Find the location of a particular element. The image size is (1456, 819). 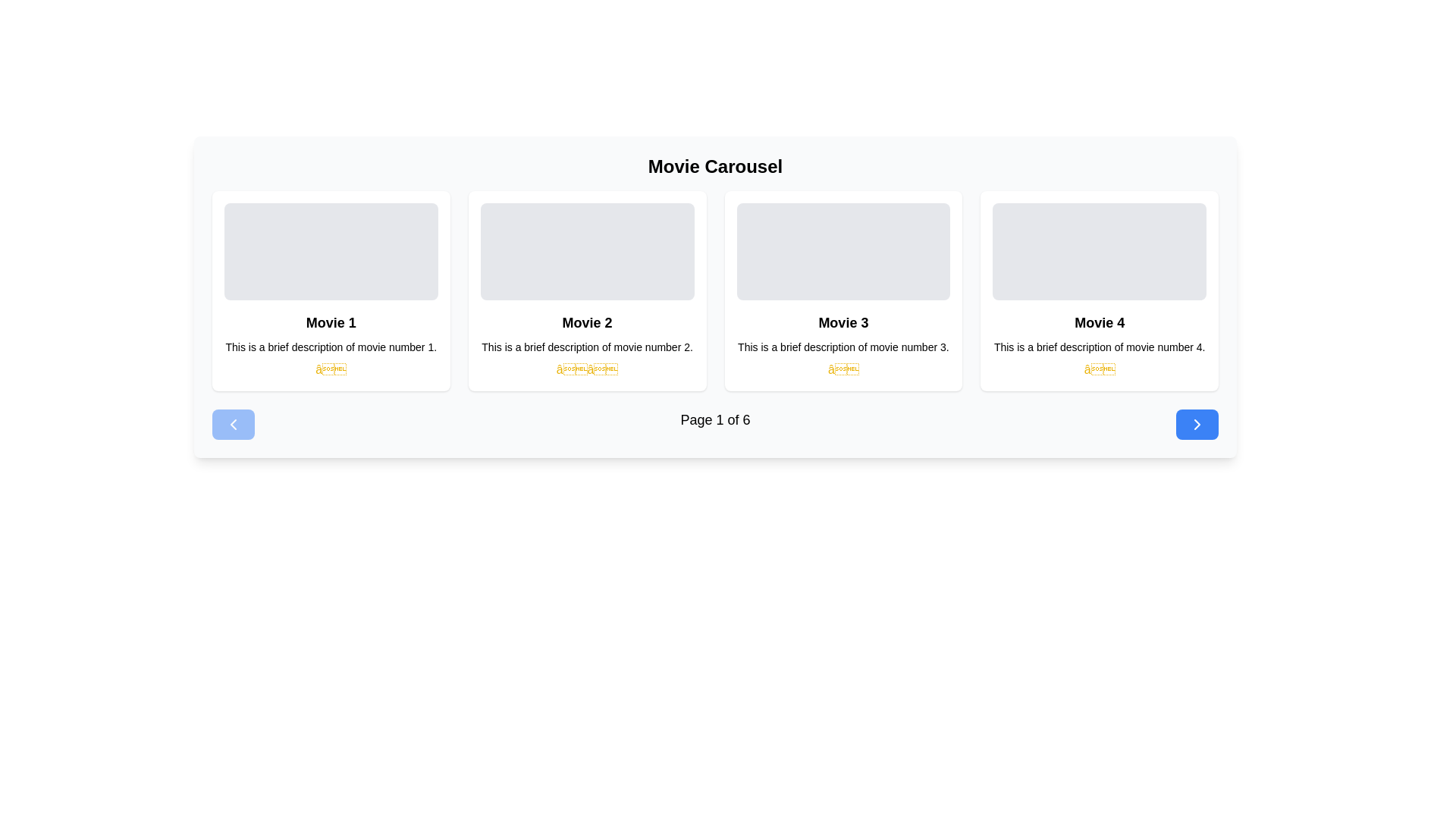

the details of the informational card presenting information about 'Movie 4', which is located in the last column of the first row of a grid layout is located at coordinates (1100, 291).